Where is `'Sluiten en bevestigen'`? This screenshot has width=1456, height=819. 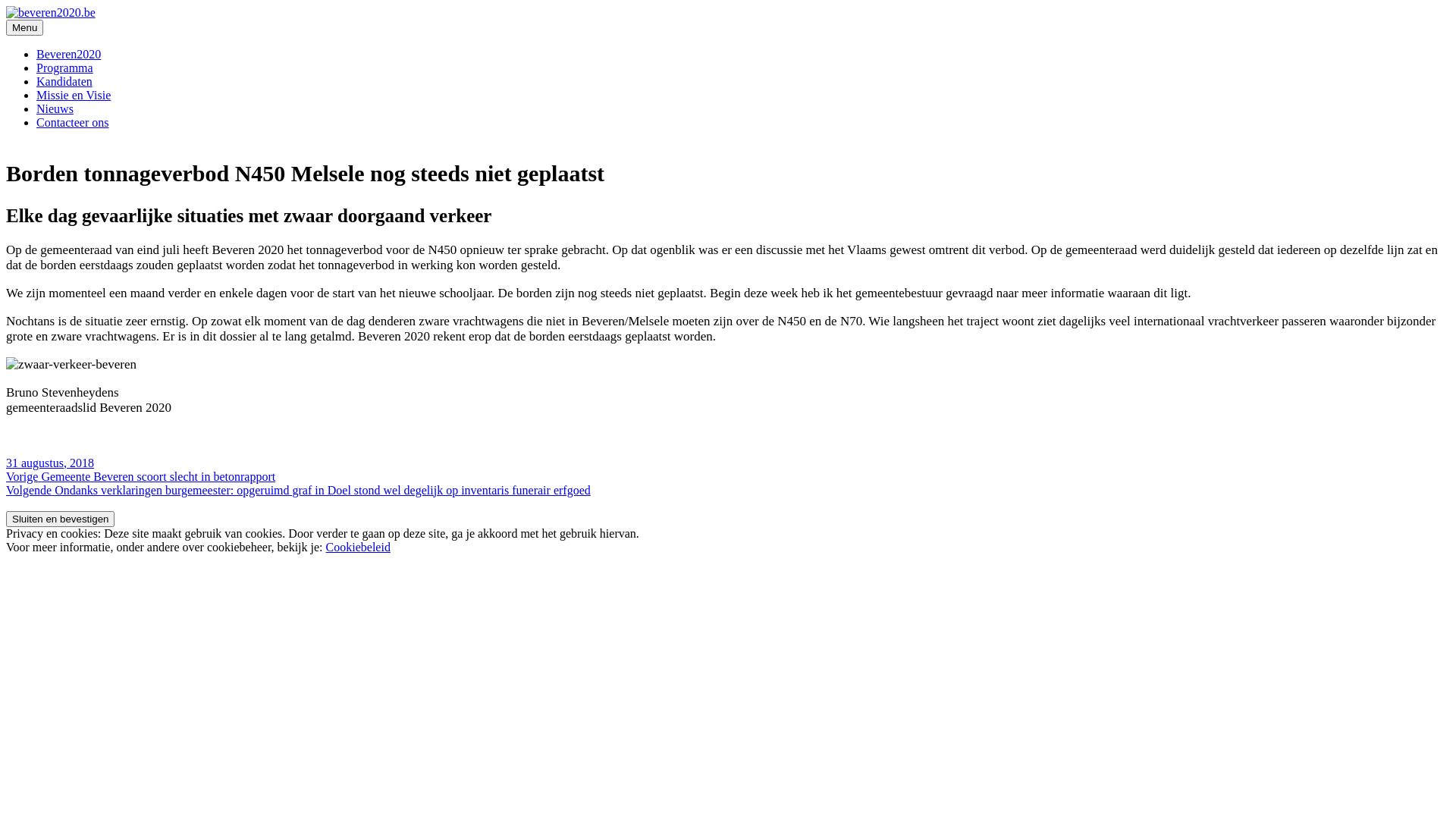
'Sluiten en bevestigen' is located at coordinates (60, 518).